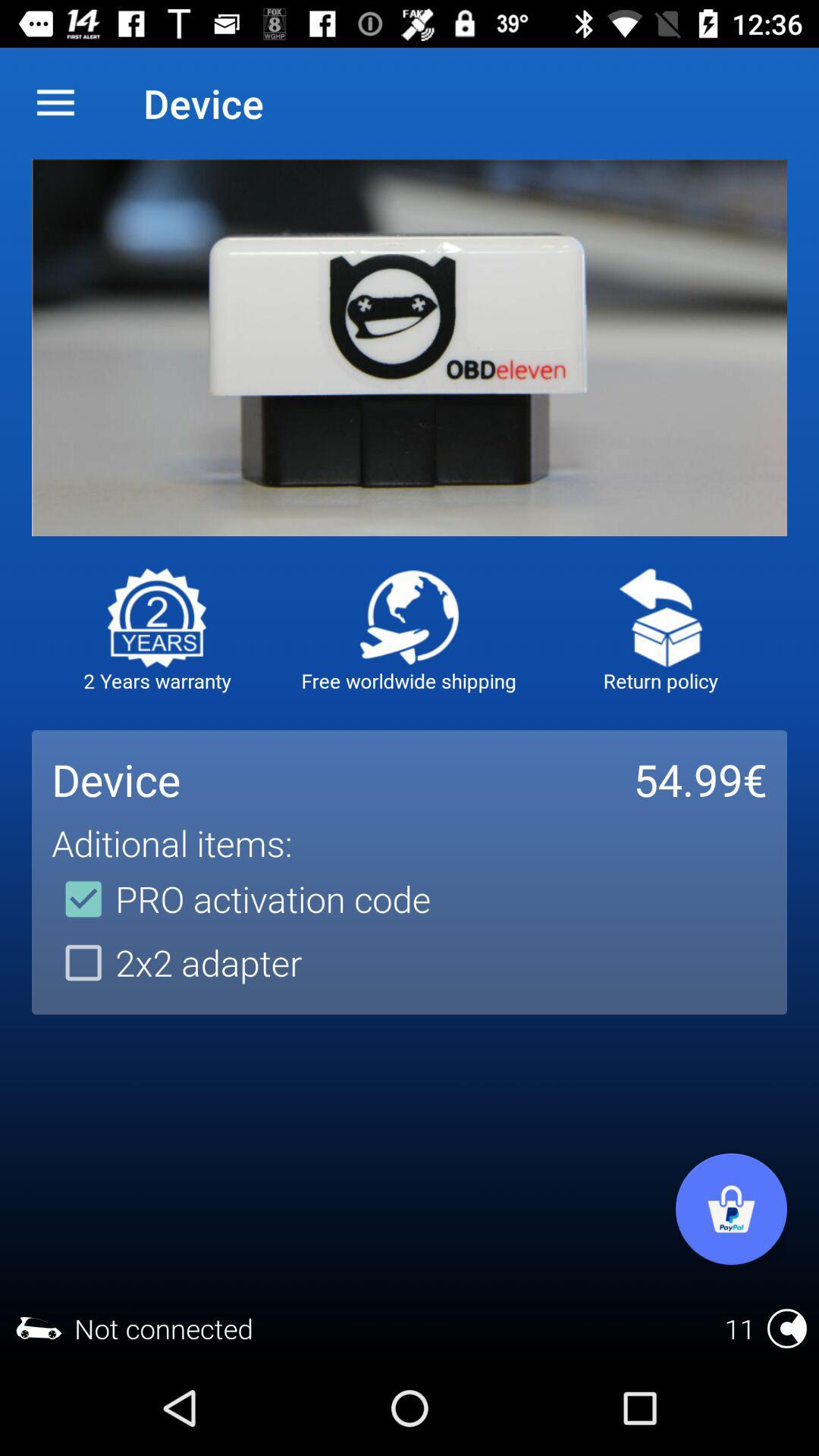 The height and width of the screenshot is (1456, 819). Describe the element at coordinates (55, 102) in the screenshot. I see `the item to the left of device icon` at that location.